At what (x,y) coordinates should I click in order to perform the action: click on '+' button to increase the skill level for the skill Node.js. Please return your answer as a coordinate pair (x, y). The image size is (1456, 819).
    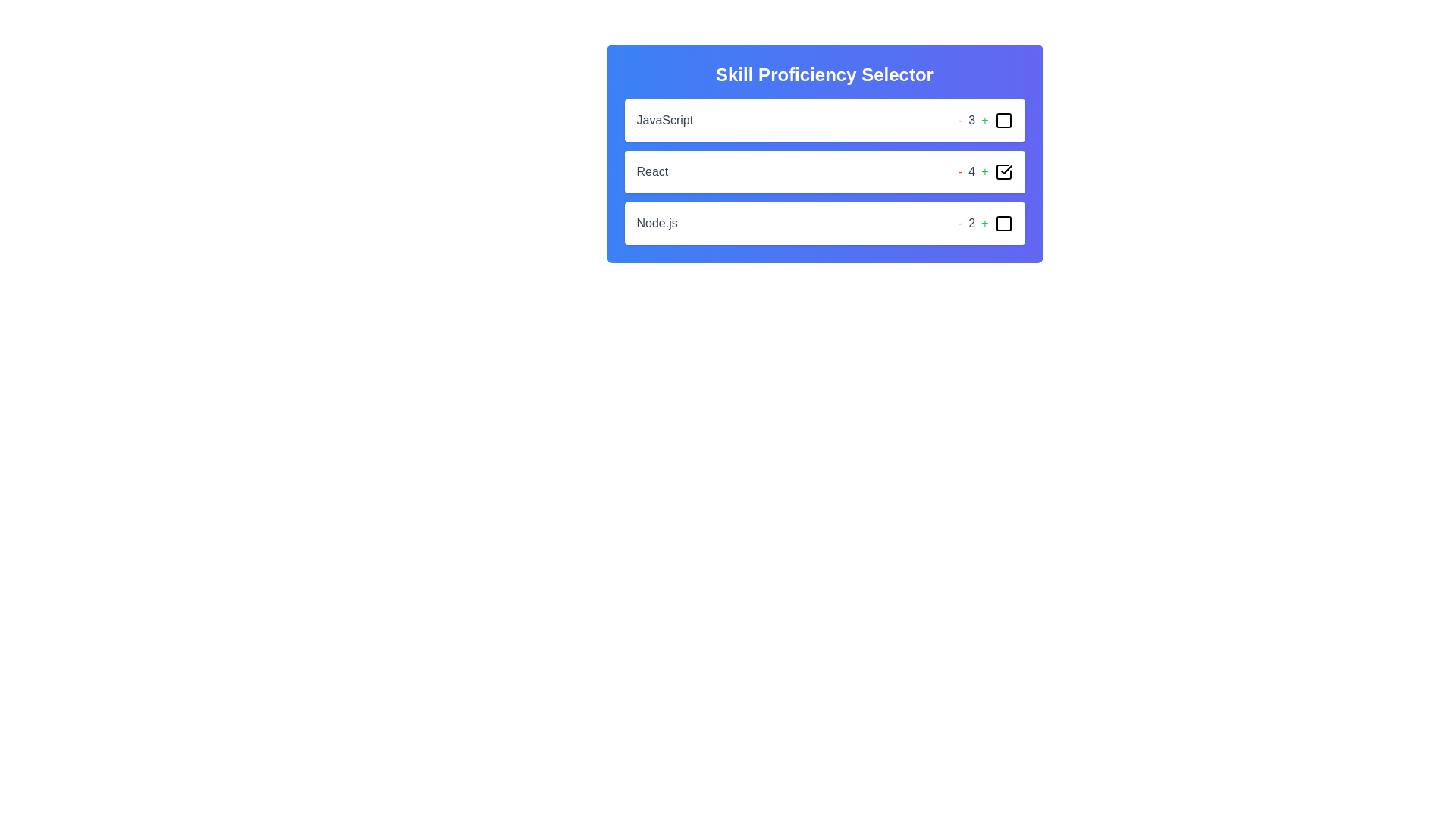
    Looking at the image, I should click on (984, 223).